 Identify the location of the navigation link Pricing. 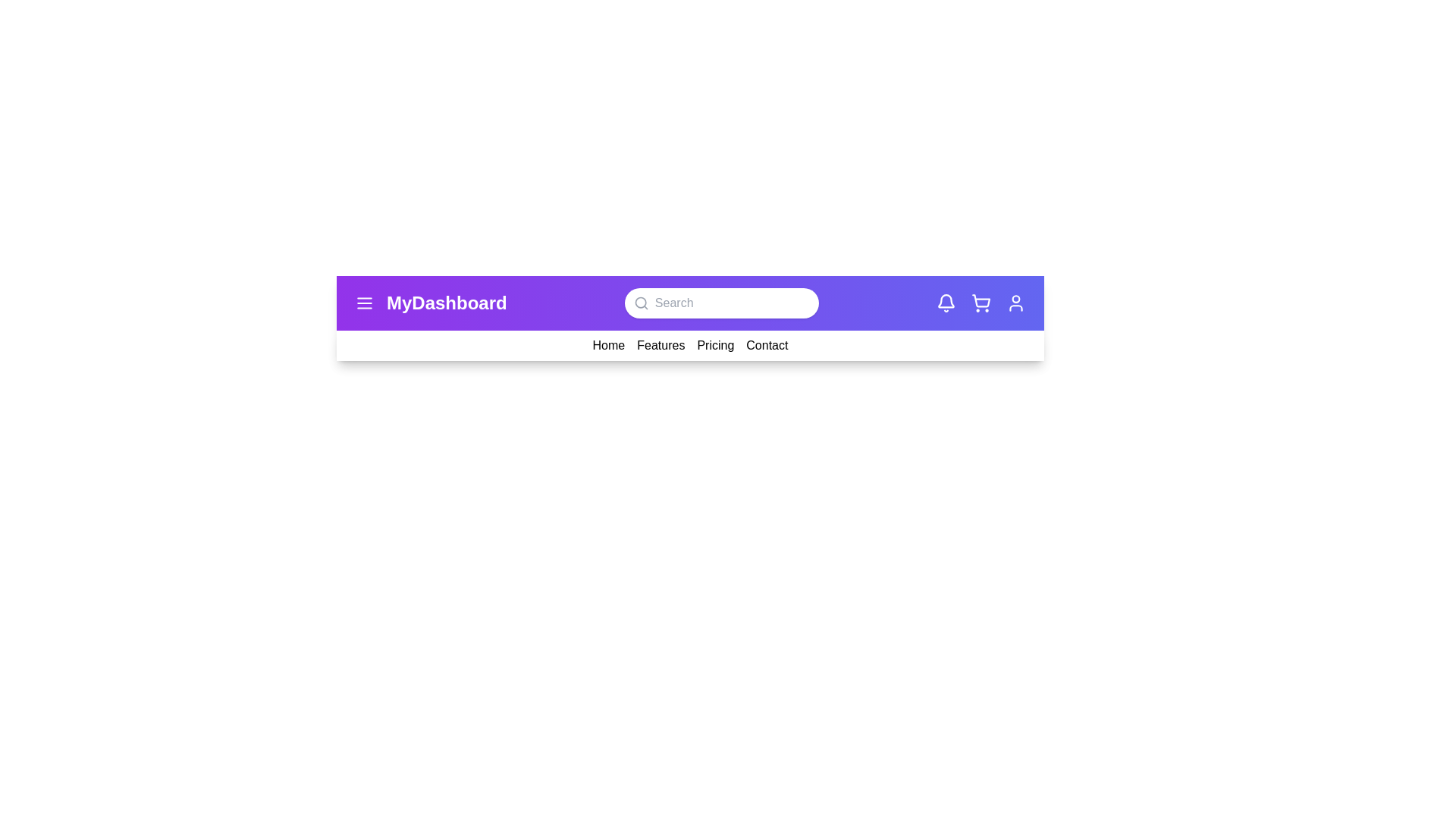
(714, 345).